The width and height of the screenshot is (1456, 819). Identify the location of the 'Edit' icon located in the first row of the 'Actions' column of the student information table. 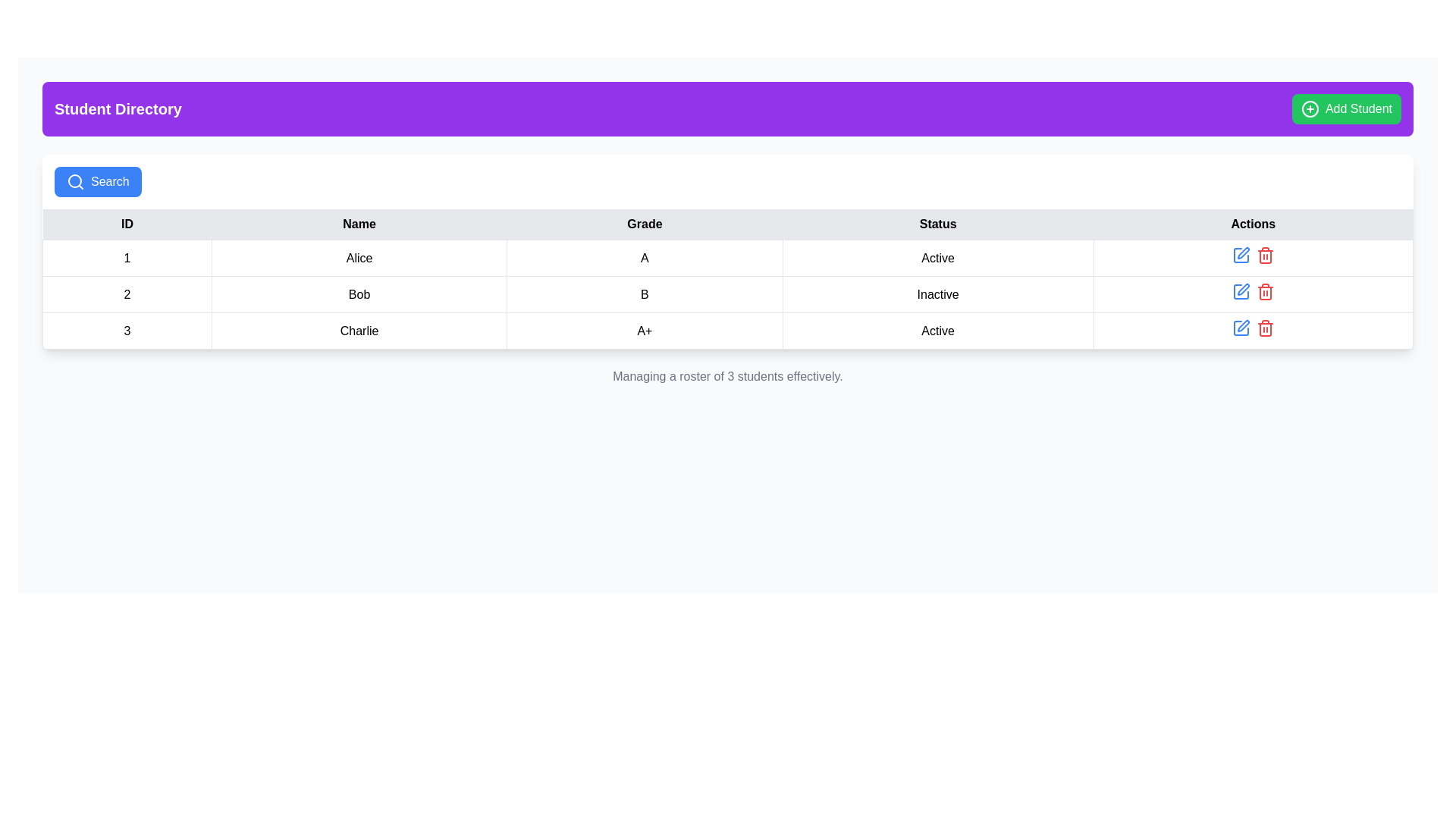
(1241, 254).